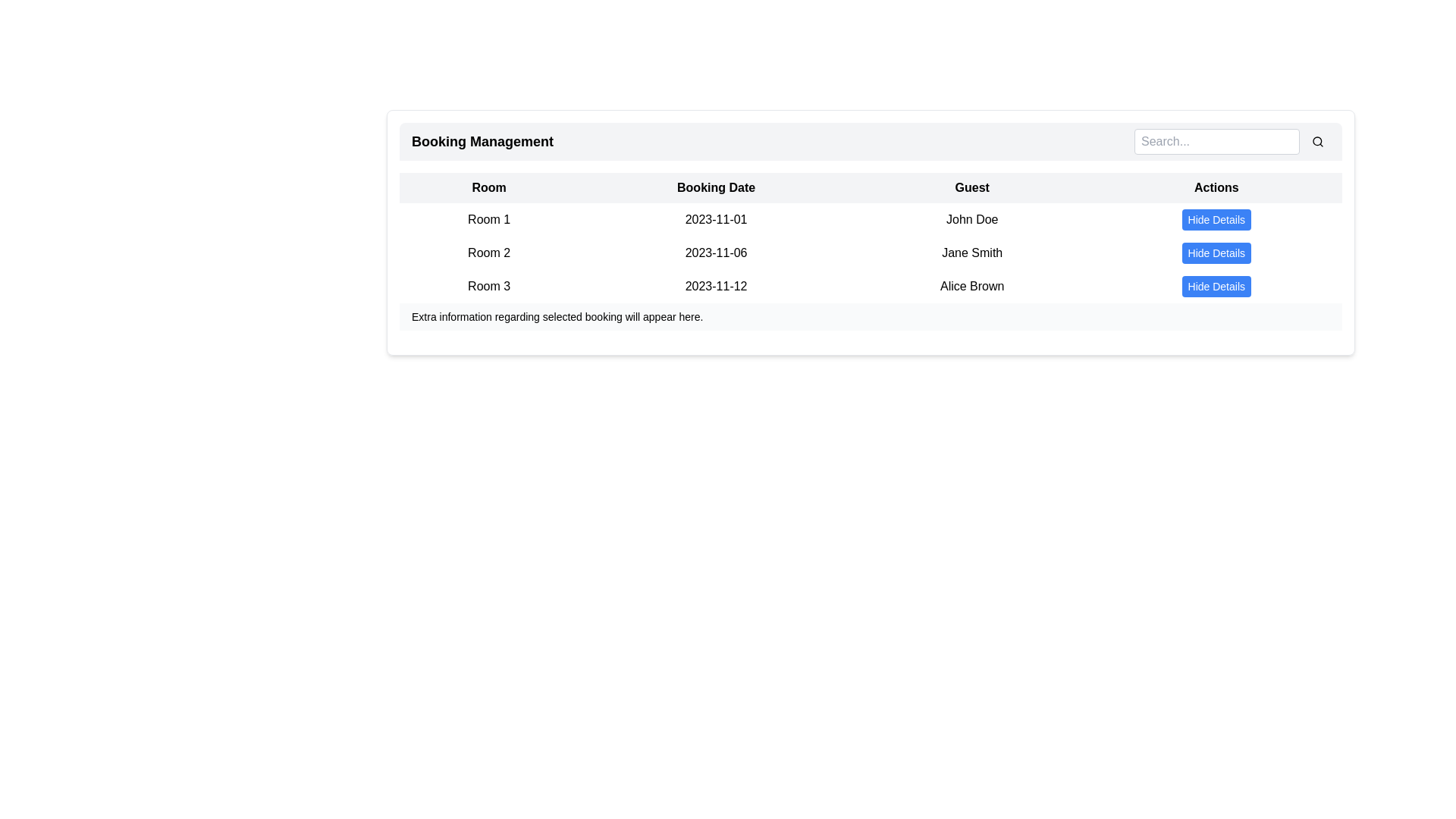 Image resolution: width=1456 pixels, height=819 pixels. I want to click on the text label displaying the date '2023-11-12' located under the 'Booking Date' column in the last row of the table associated with 'Room 3' and 'Alice Brown', so click(715, 287).